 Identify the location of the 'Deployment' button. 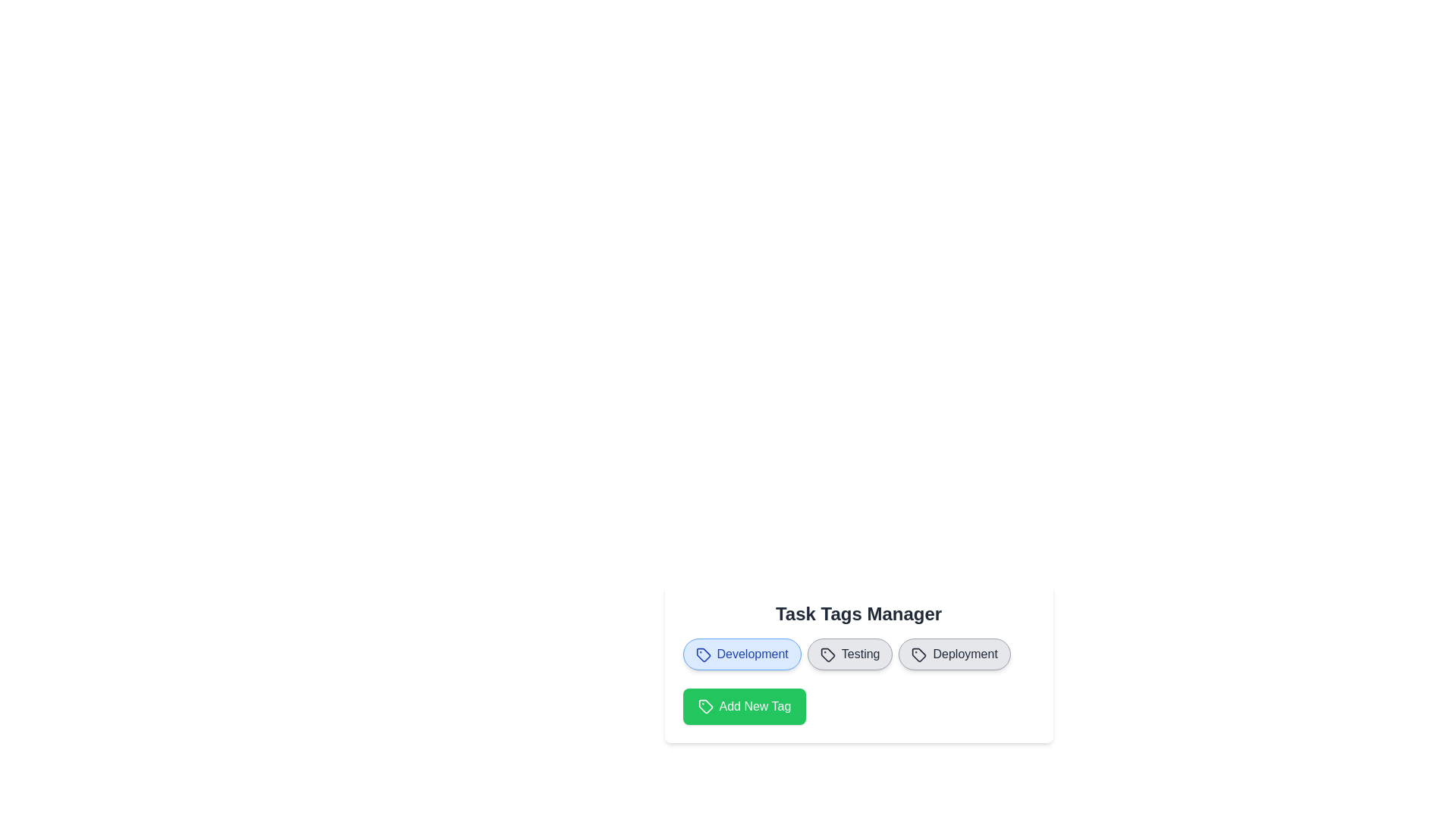
(953, 654).